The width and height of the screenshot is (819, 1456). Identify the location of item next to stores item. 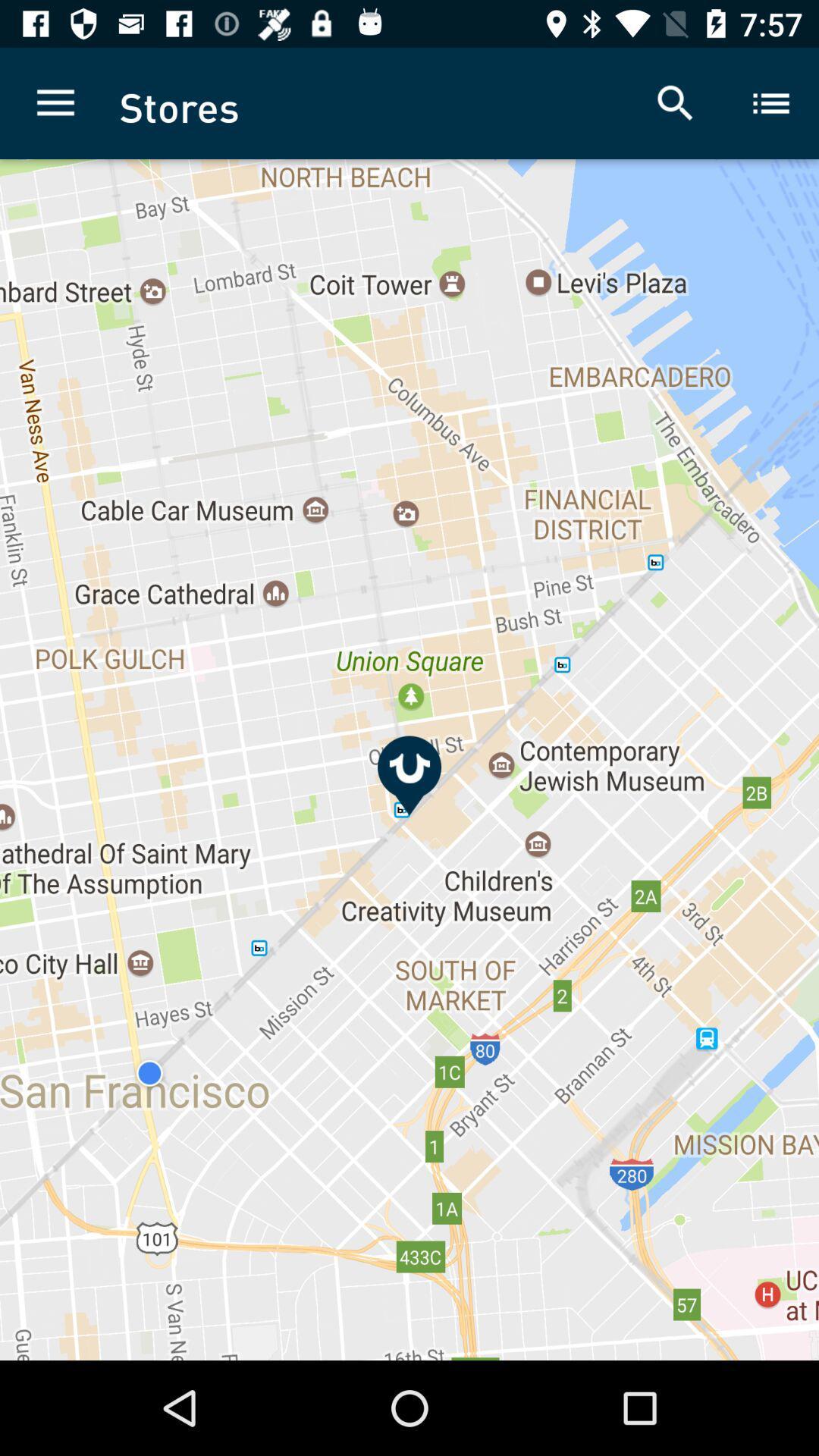
(675, 102).